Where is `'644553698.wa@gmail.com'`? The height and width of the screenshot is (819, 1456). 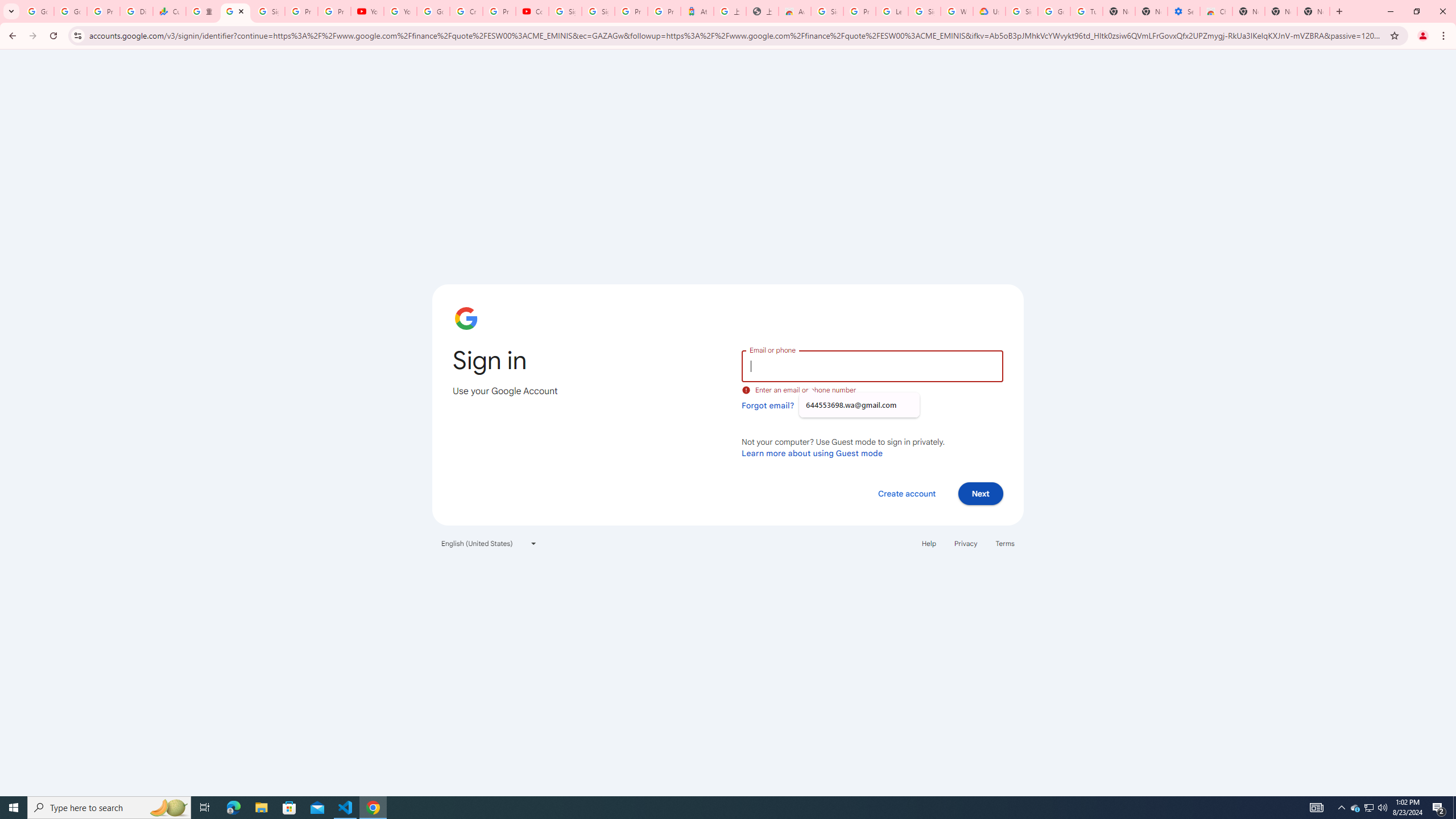 '644553698.wa@gmail.com' is located at coordinates (858, 405).